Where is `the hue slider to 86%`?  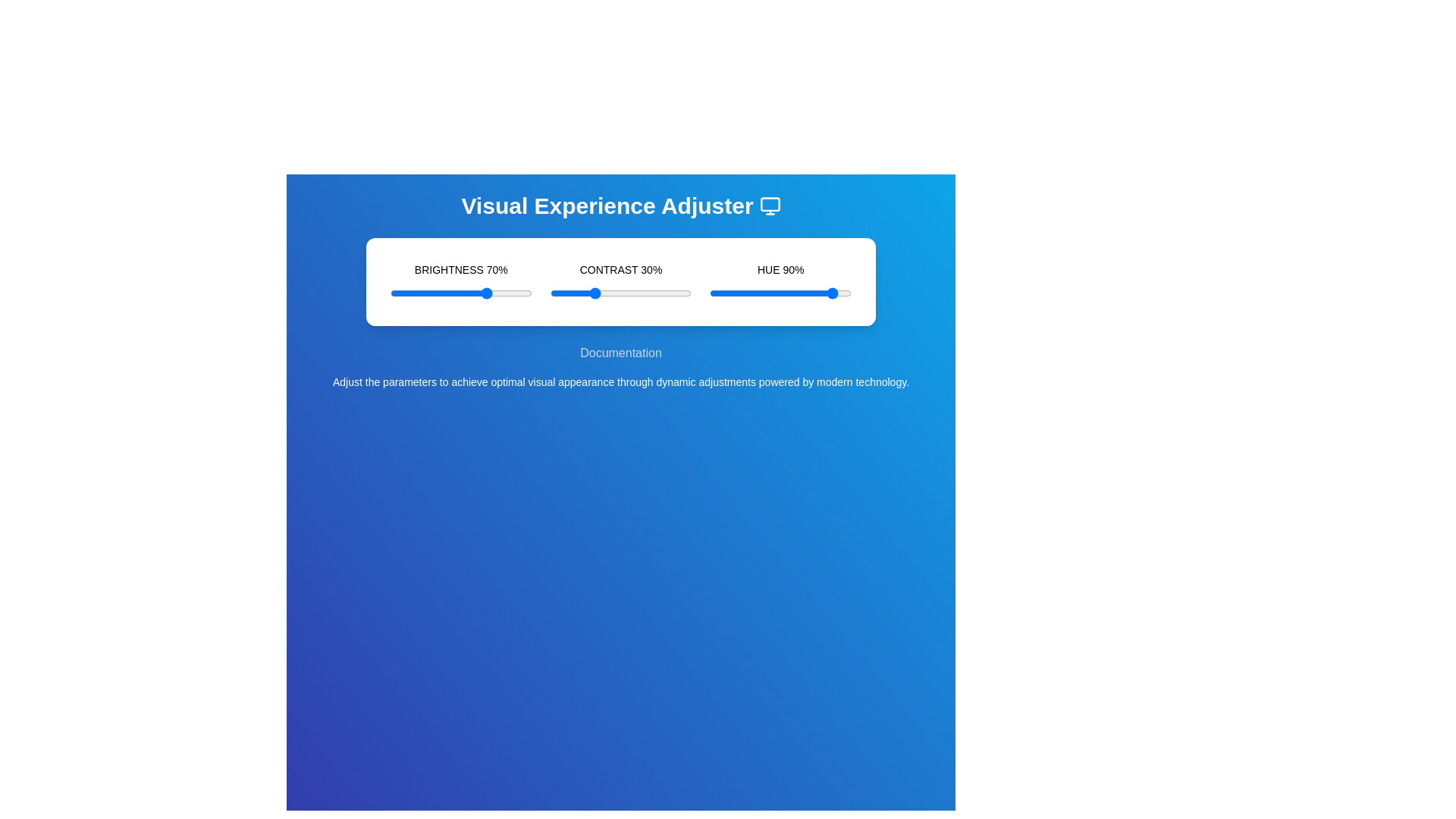 the hue slider to 86% is located at coordinates (830, 293).